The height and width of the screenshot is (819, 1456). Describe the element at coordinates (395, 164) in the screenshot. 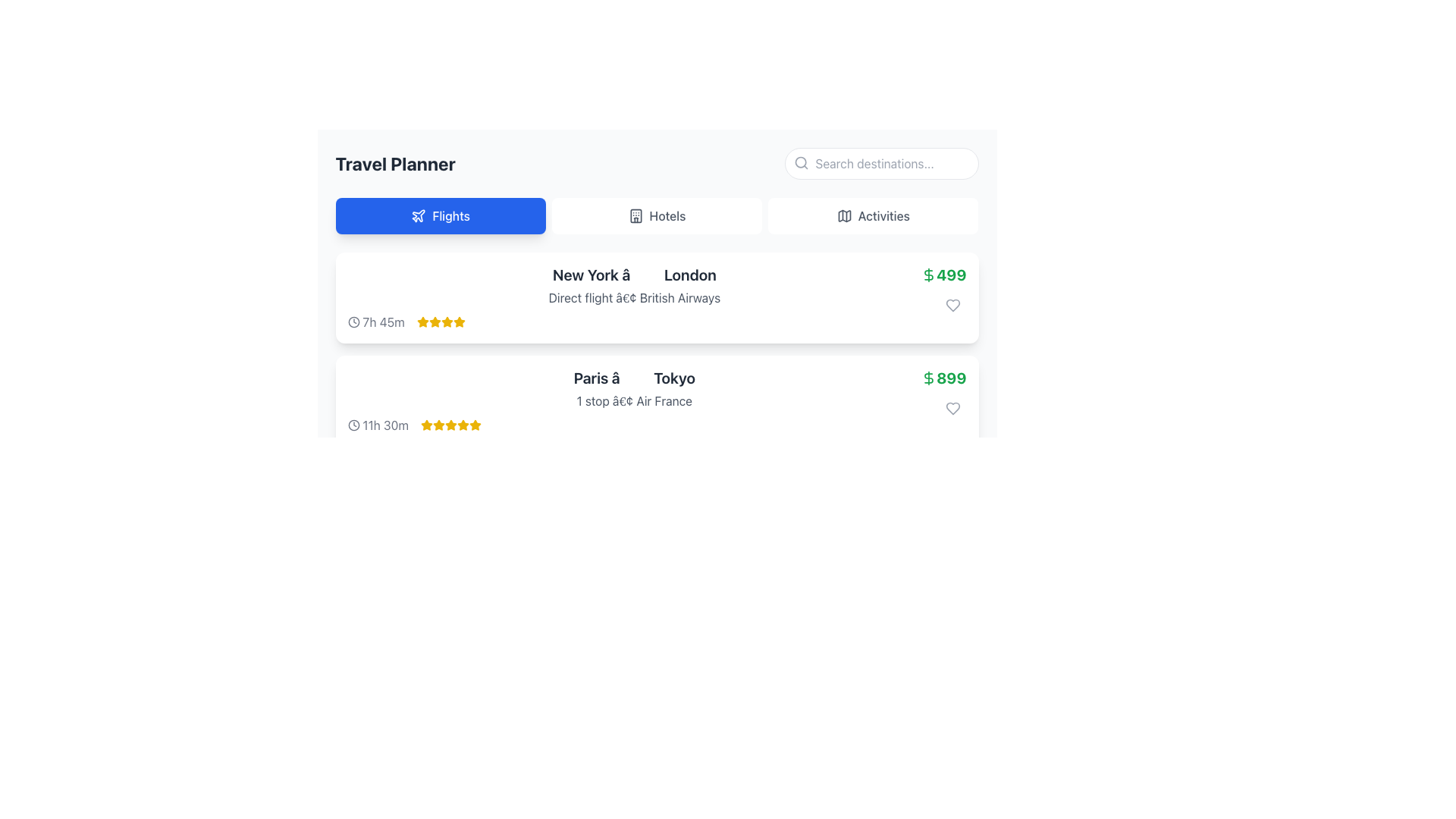

I see `the bold, large-sized text element reading 'Travel Planner' located at the top-left corner of the interface` at that location.